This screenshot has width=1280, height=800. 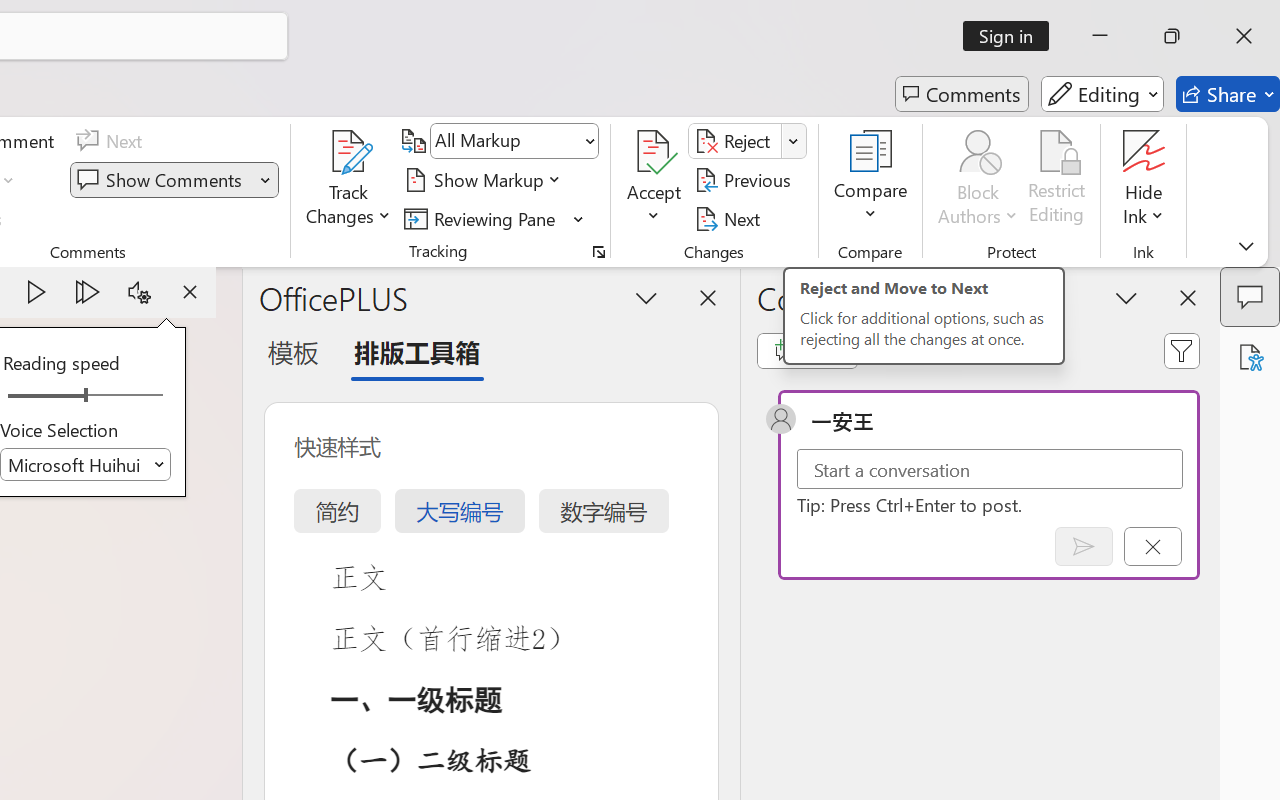 I want to click on 'Track Changes', so click(x=349, y=151).